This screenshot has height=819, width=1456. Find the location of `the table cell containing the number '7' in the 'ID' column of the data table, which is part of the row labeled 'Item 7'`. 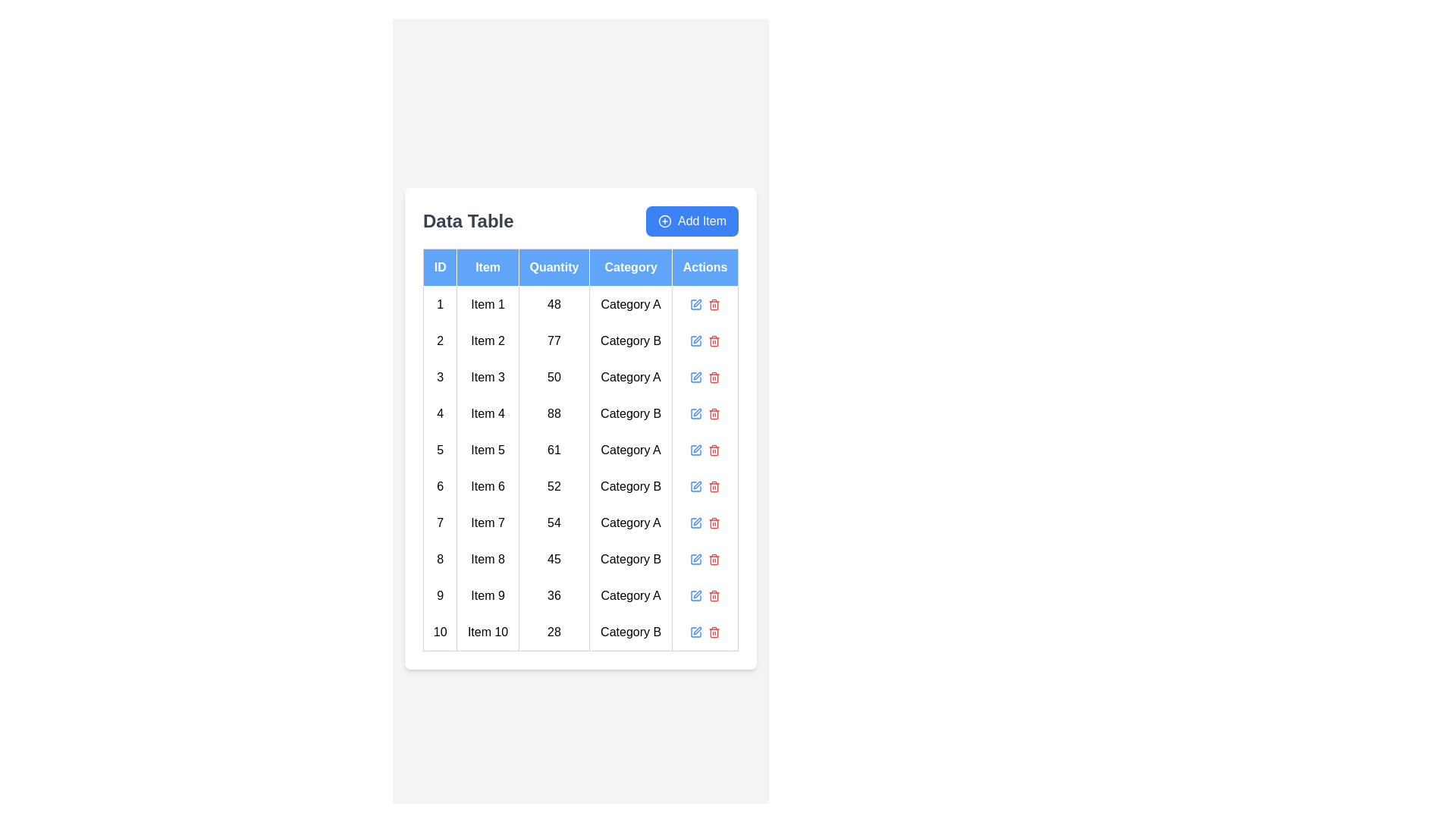

the table cell containing the number '7' in the 'ID' column of the data table, which is part of the row labeled 'Item 7' is located at coordinates (439, 522).